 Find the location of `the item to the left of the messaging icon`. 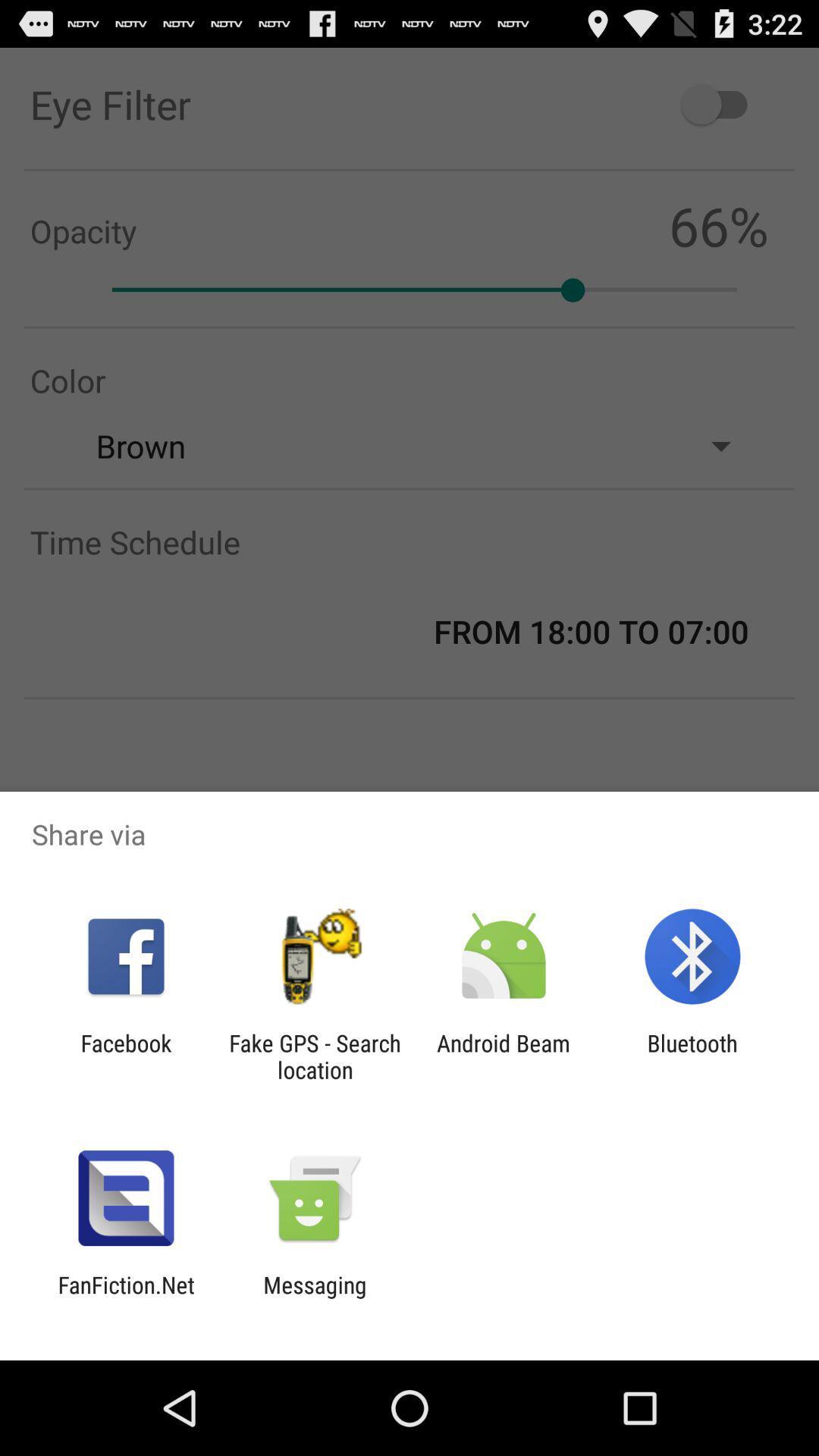

the item to the left of the messaging icon is located at coordinates (125, 1298).